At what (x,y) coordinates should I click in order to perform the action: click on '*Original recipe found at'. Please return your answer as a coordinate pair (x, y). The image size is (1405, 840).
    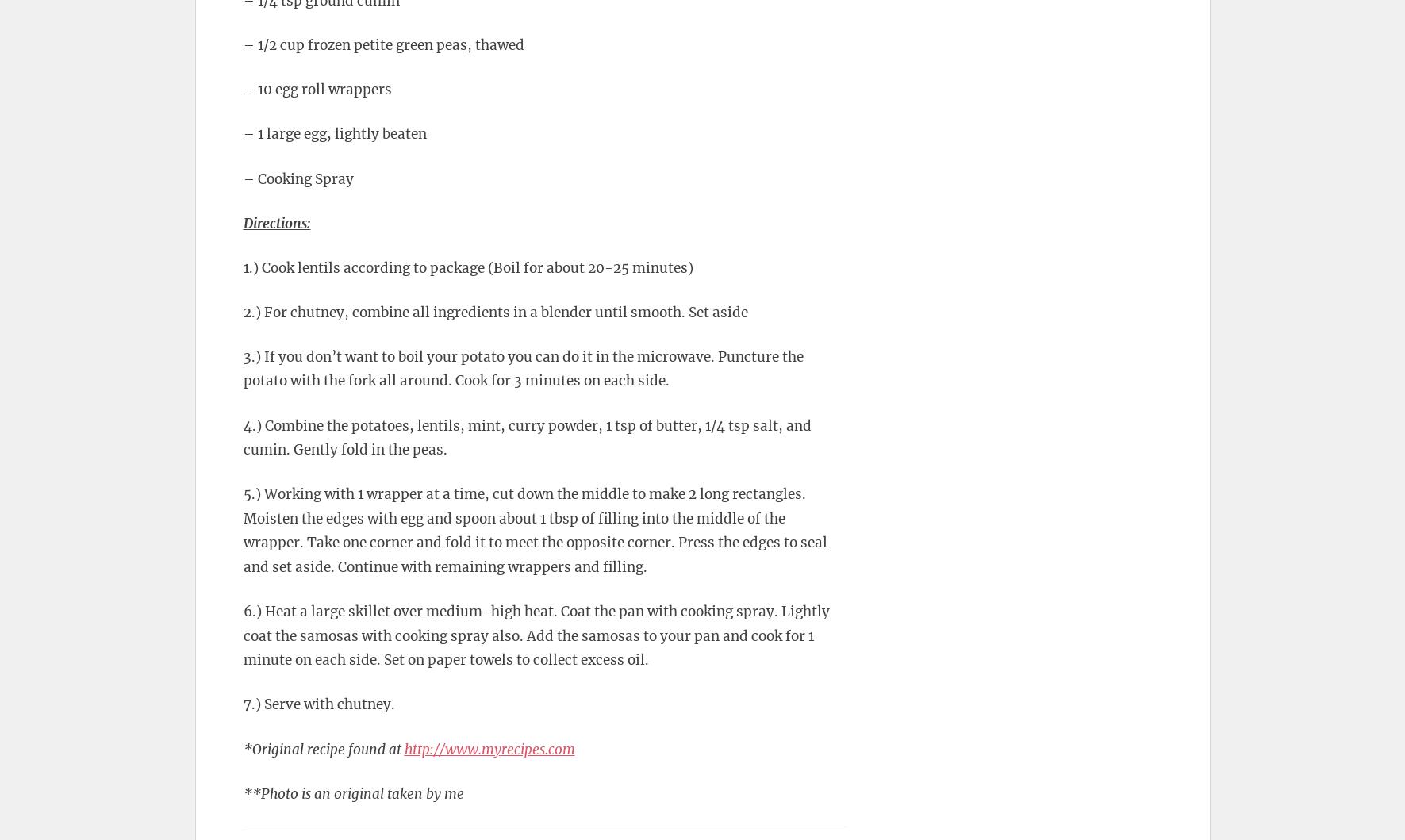
    Looking at the image, I should click on (323, 748).